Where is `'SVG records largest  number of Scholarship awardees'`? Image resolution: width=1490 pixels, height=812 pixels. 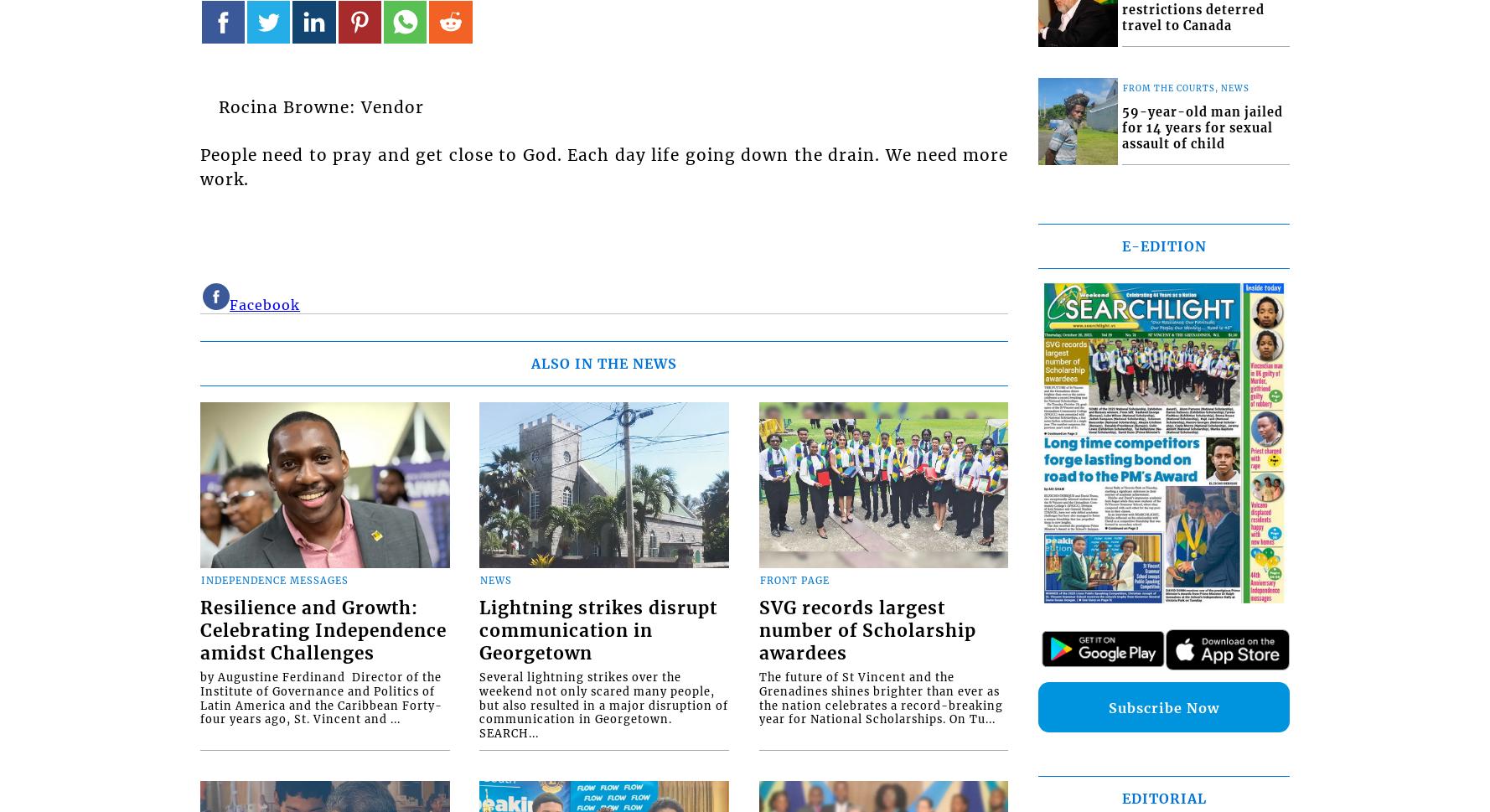
'SVG records largest  number of Scholarship awardees' is located at coordinates (867, 630).